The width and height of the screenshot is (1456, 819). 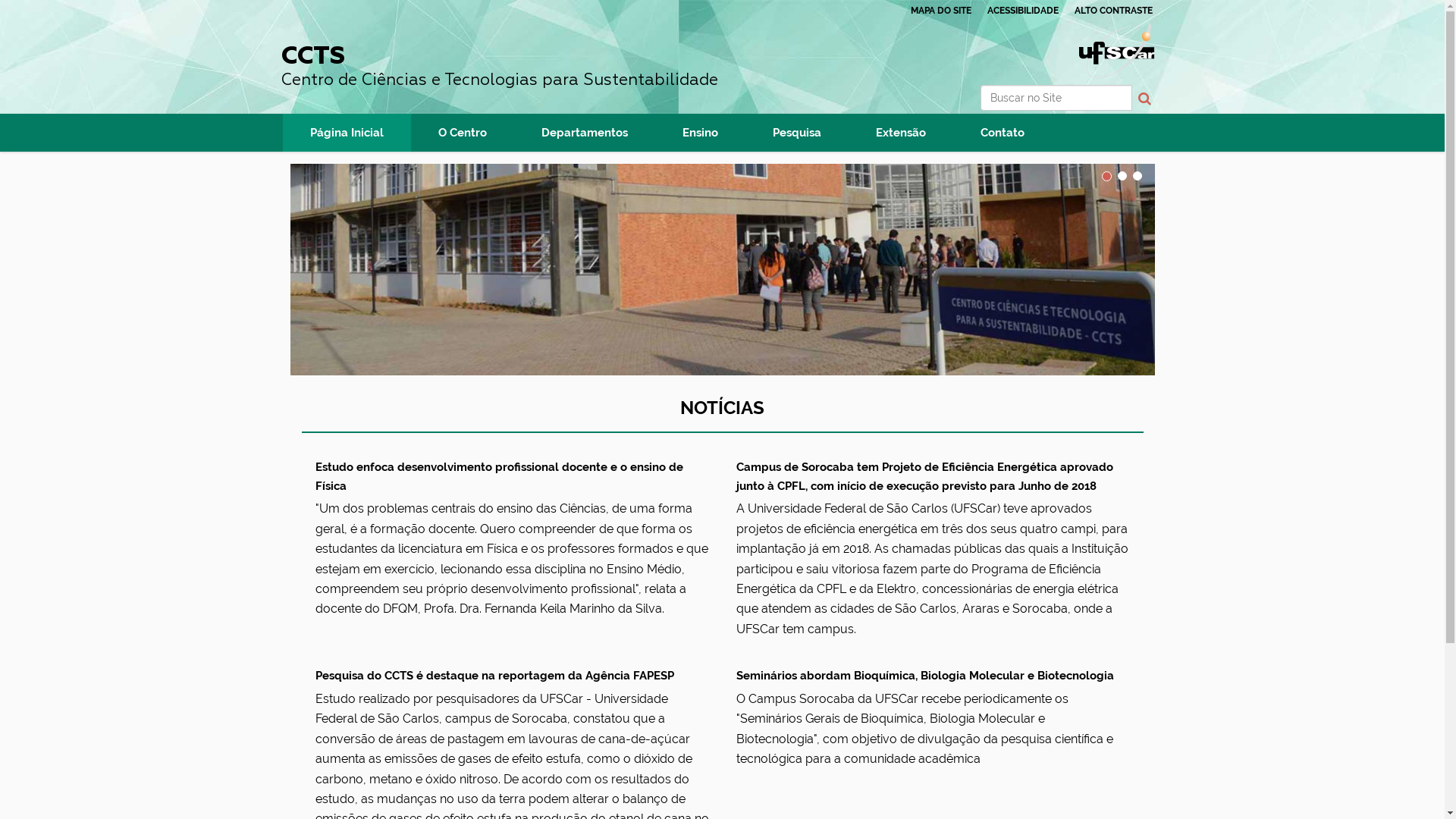 I want to click on 'CCTS', so click(x=720, y=268).